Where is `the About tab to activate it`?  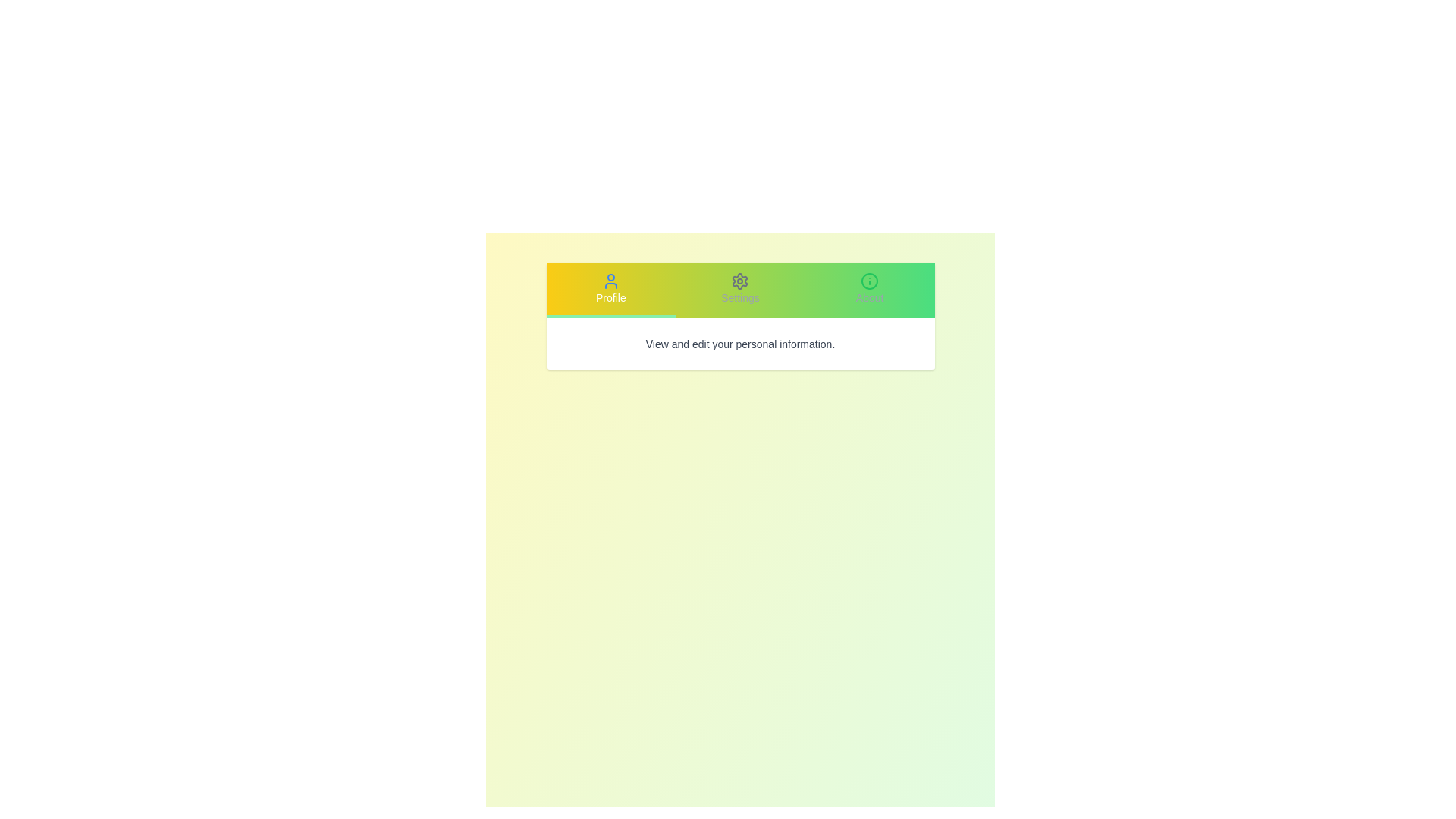
the About tab to activate it is located at coordinates (870, 290).